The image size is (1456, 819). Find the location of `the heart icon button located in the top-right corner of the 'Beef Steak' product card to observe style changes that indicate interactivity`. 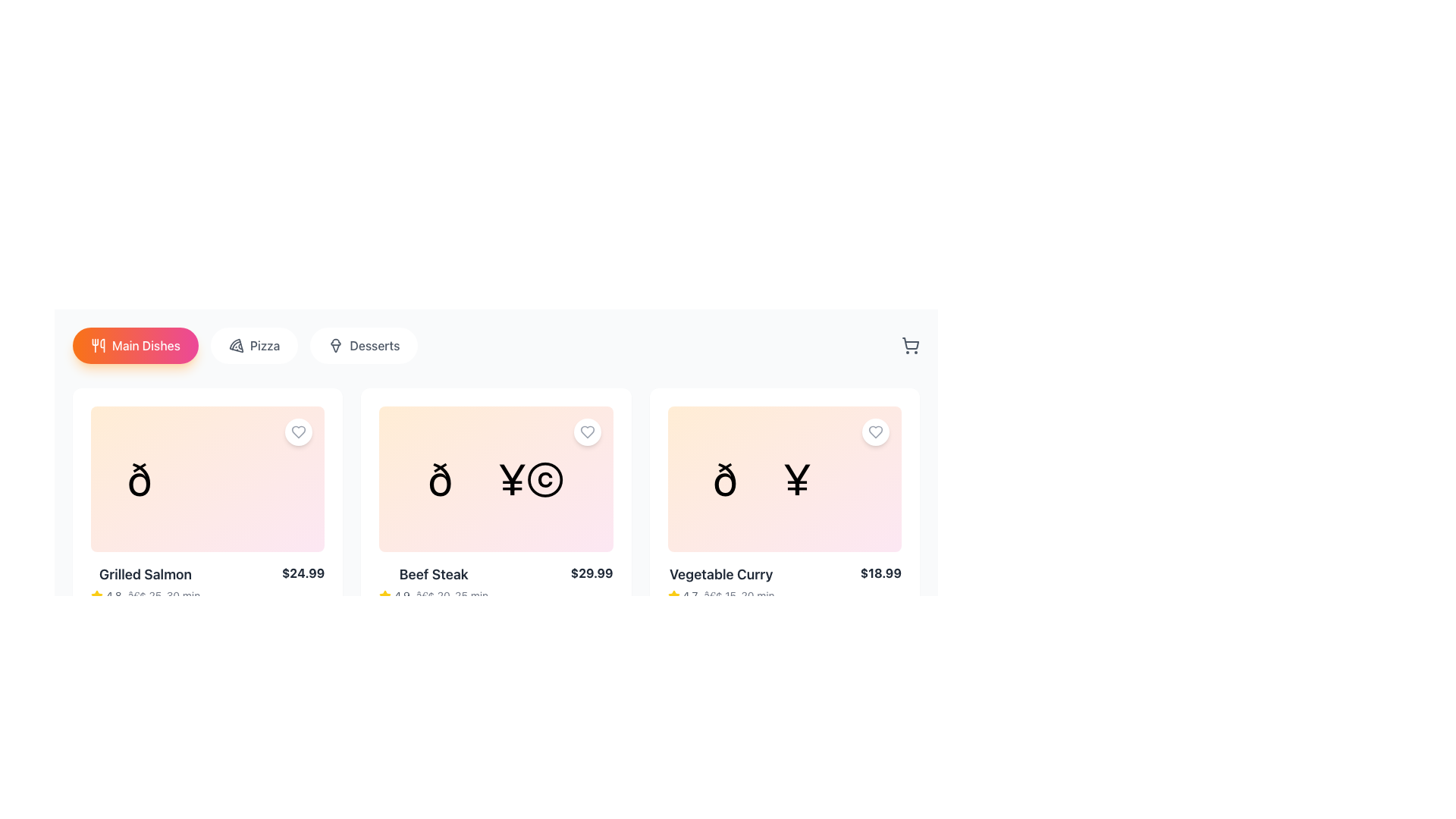

the heart icon button located in the top-right corner of the 'Beef Steak' product card to observe style changes that indicate interactivity is located at coordinates (586, 432).